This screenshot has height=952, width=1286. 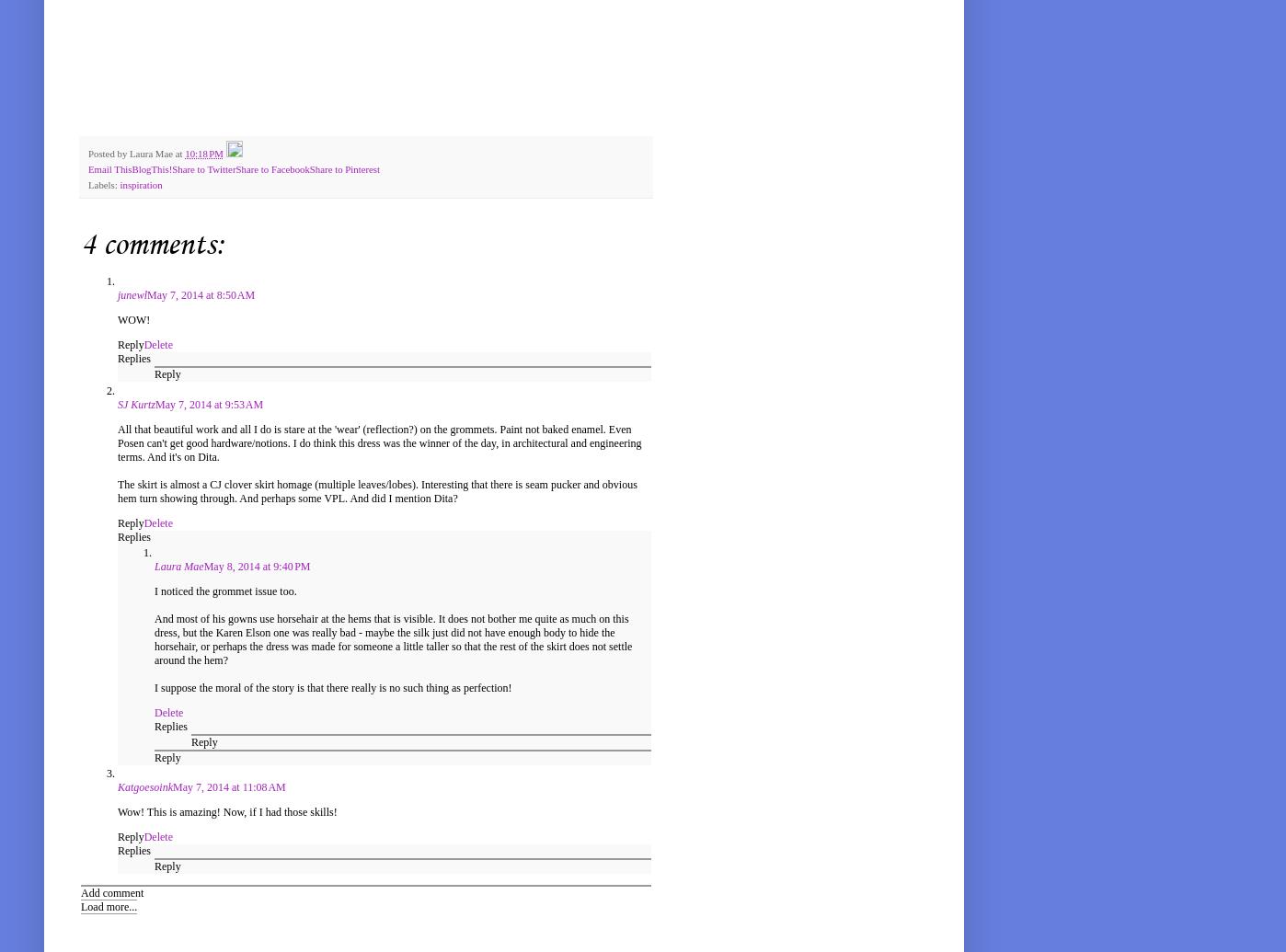 What do you see at coordinates (120, 184) in the screenshot?
I see `'inspiration'` at bounding box center [120, 184].